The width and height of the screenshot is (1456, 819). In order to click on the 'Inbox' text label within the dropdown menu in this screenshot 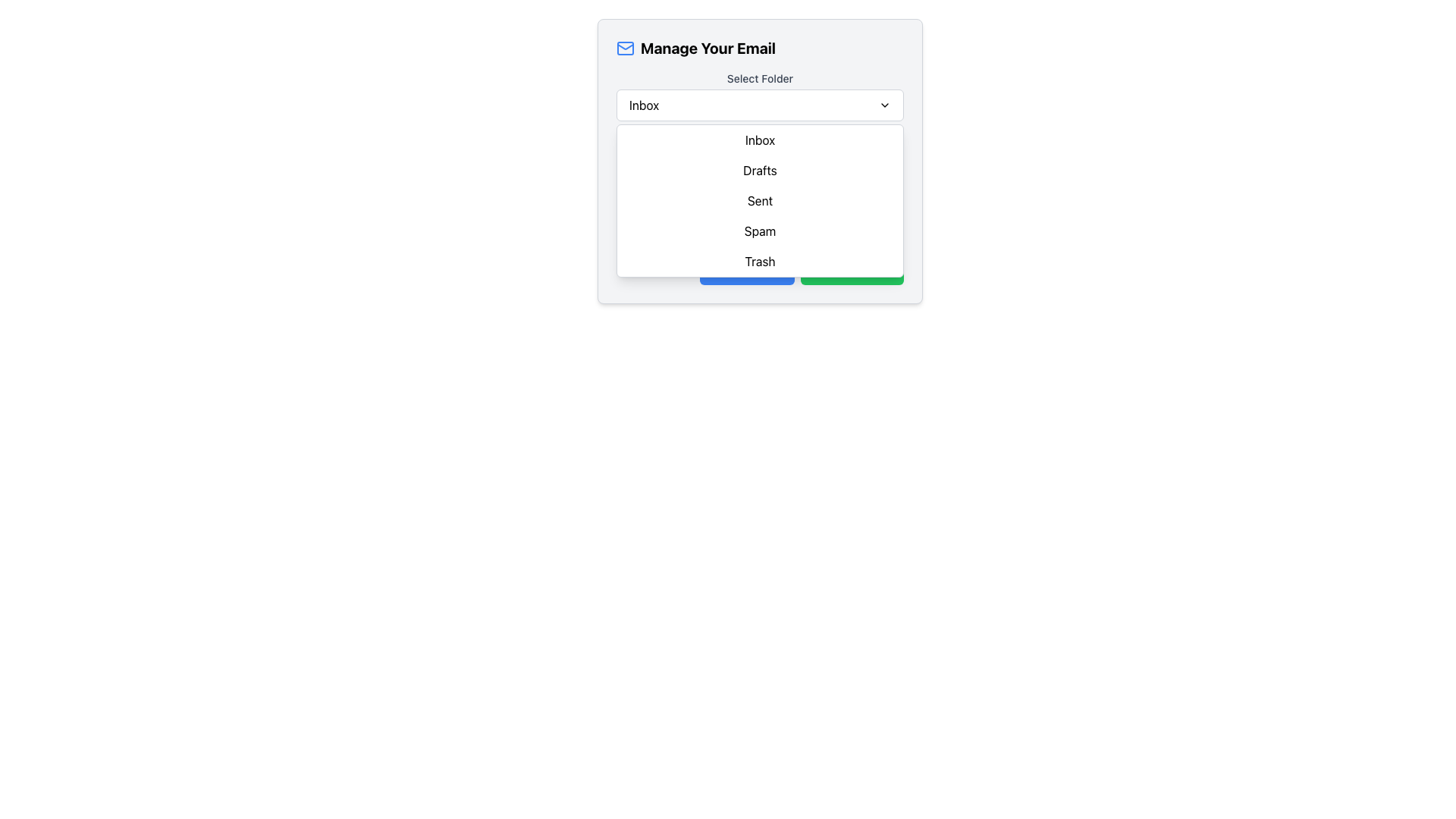, I will do `click(760, 140)`.